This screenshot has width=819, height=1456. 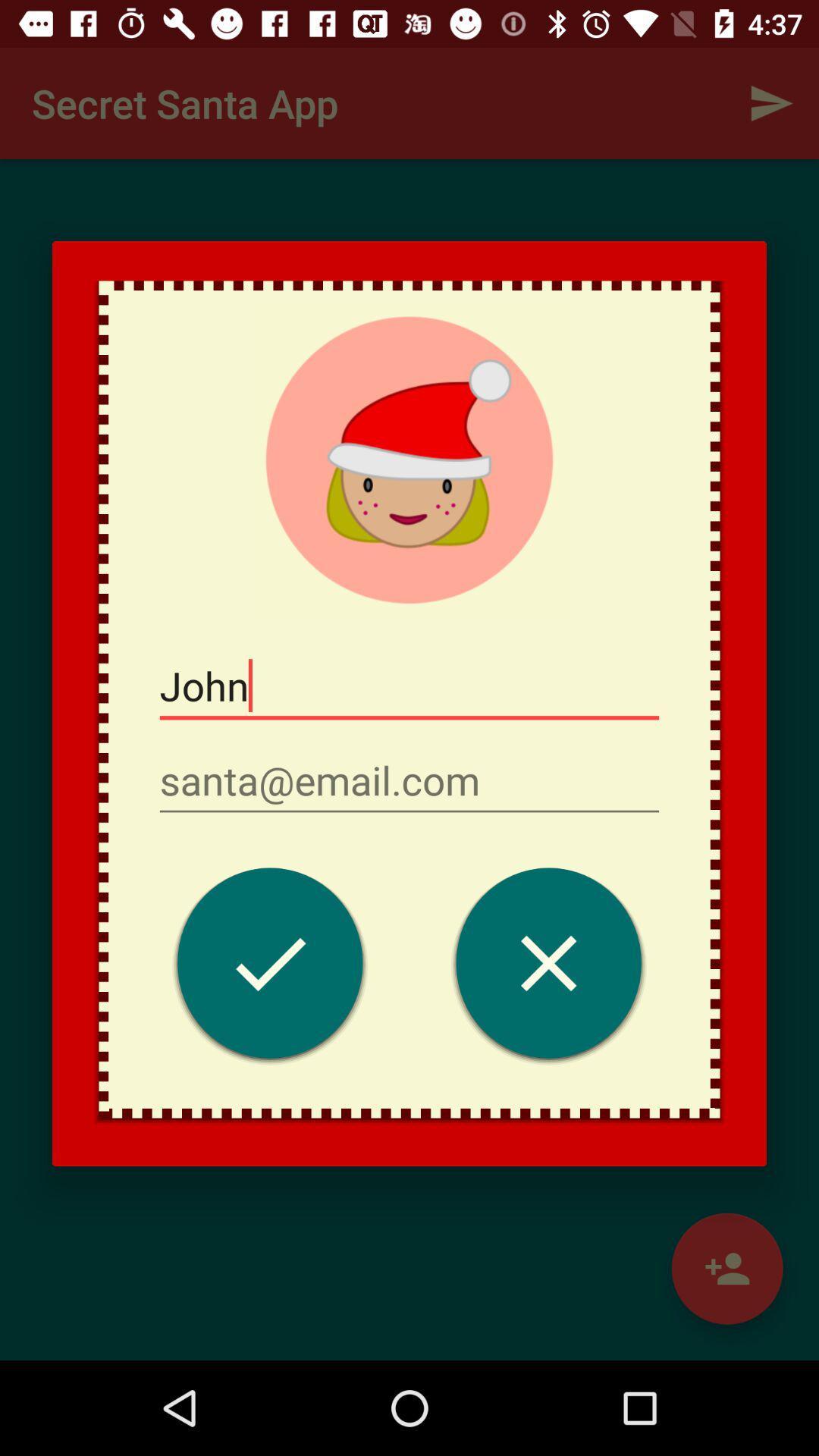 I want to click on email address field, so click(x=409, y=780).